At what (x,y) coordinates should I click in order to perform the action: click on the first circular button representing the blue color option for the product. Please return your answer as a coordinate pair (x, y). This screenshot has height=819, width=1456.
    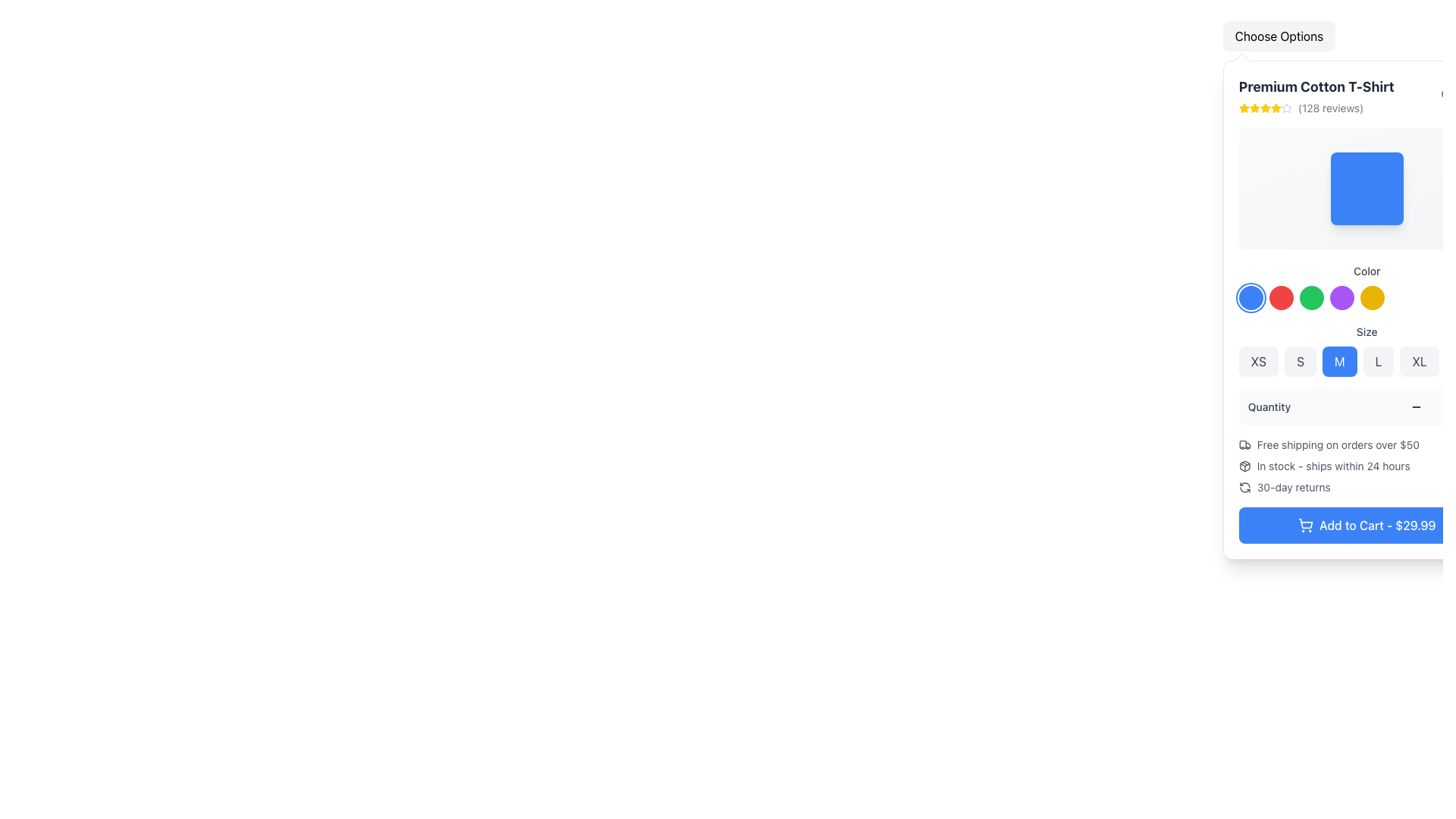
    Looking at the image, I should click on (1250, 298).